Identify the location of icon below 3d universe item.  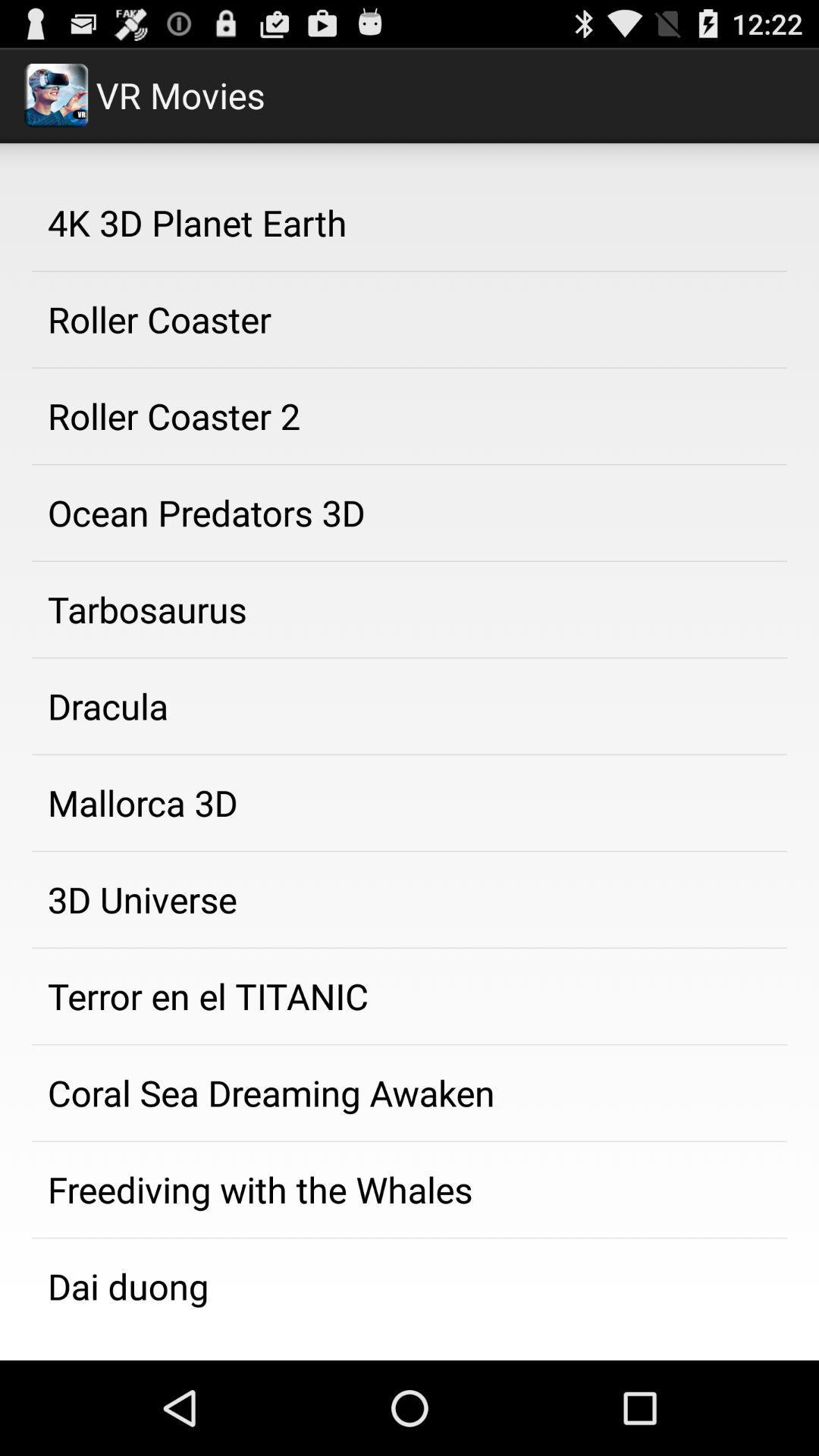
(409, 996).